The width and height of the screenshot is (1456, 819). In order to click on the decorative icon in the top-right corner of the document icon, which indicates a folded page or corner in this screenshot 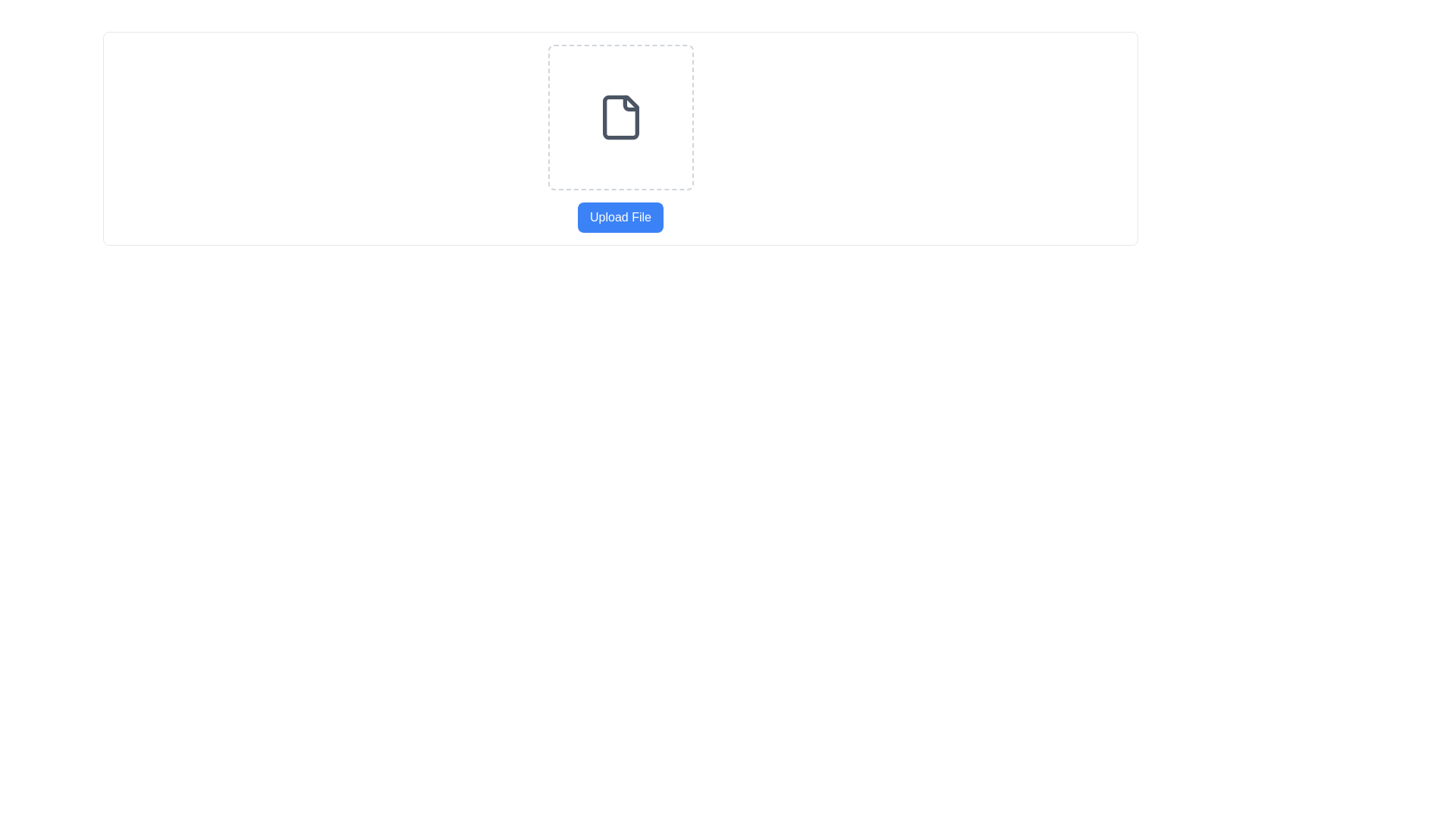, I will do `click(630, 102)`.